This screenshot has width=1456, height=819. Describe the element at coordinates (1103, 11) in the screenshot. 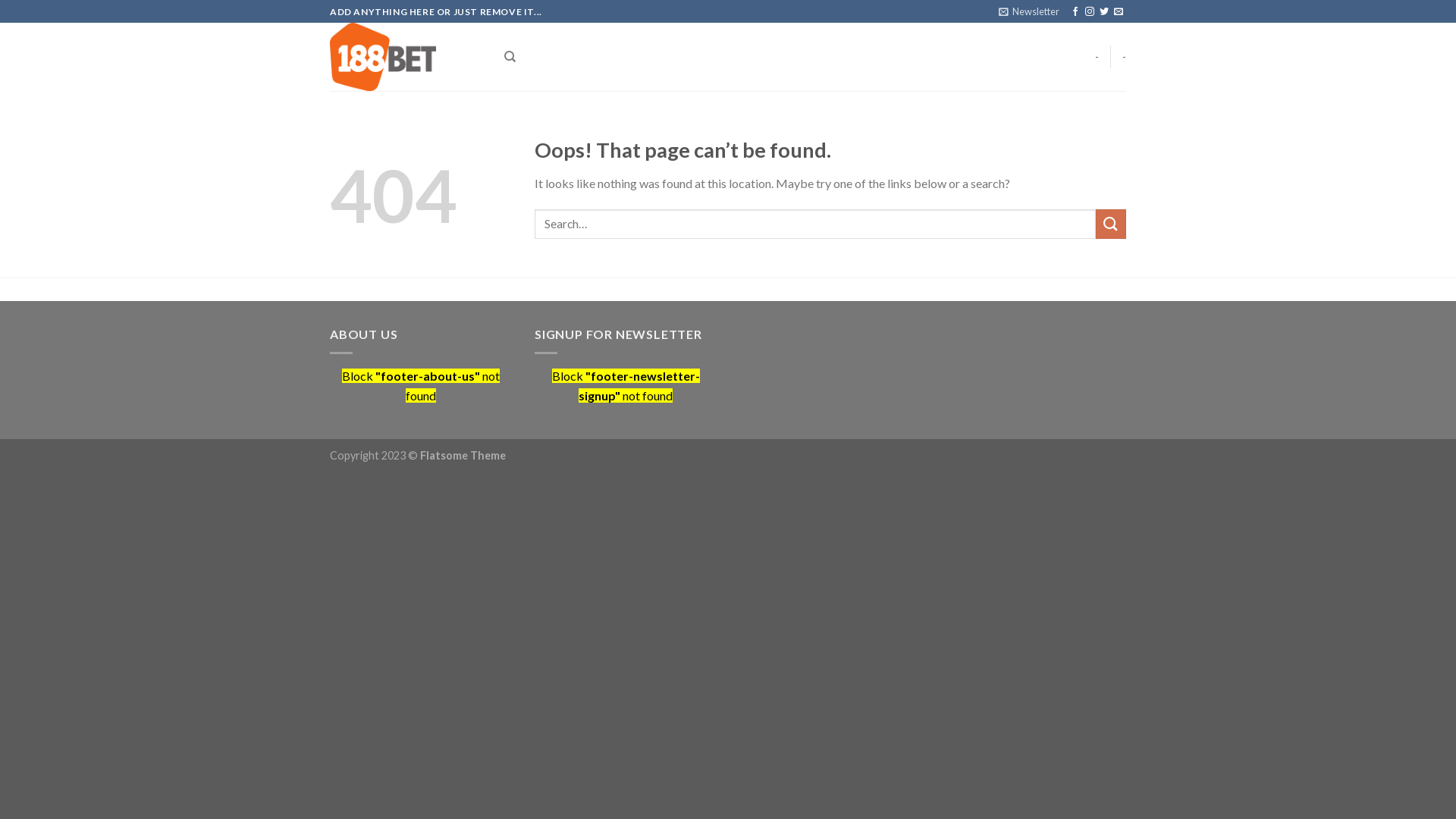

I see `'Follow on Twitter'` at that location.